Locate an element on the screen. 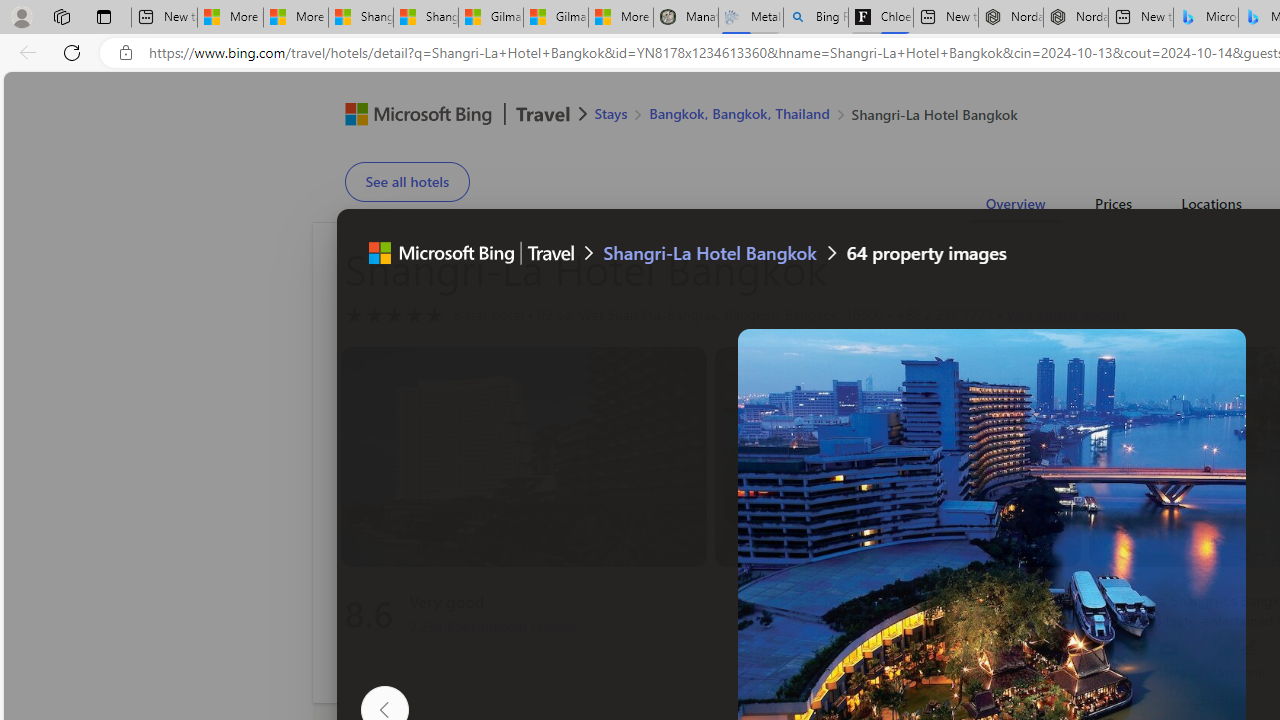 This screenshot has width=1280, height=720. 'Bing Real Estate - Home sales and rental listings' is located at coordinates (816, 17).